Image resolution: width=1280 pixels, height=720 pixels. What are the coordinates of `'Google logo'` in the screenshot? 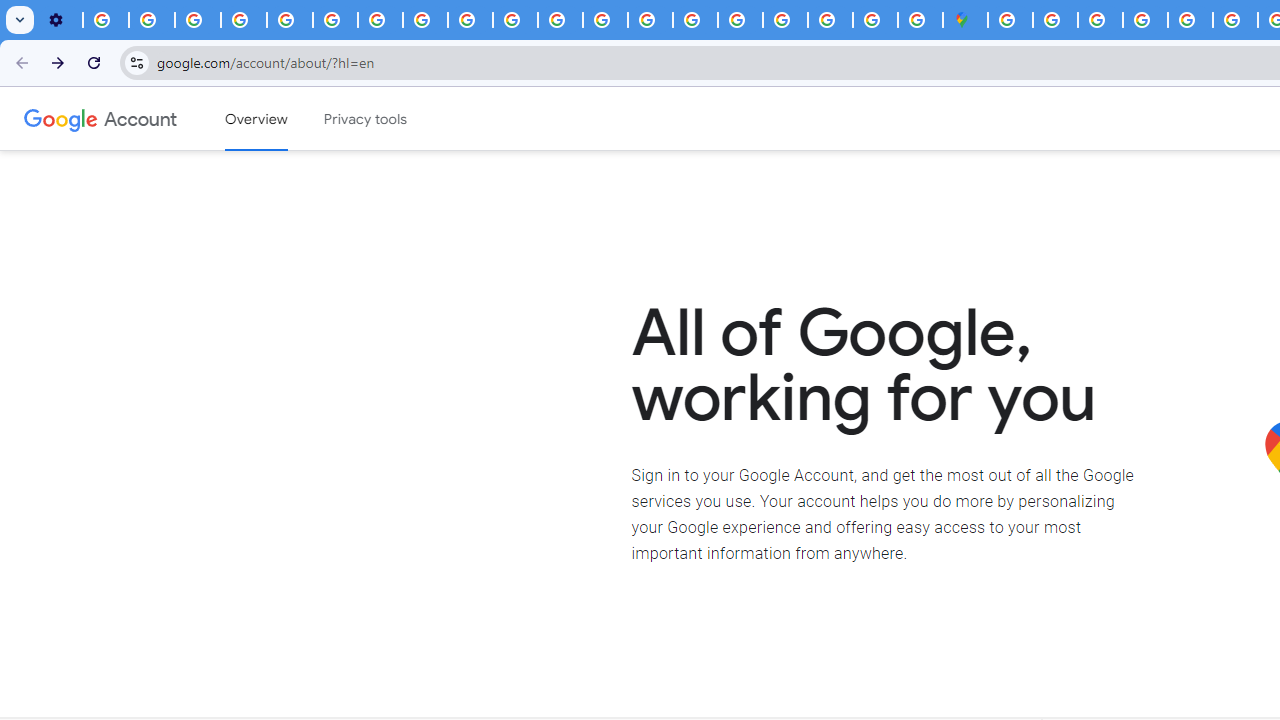 It's located at (61, 118).